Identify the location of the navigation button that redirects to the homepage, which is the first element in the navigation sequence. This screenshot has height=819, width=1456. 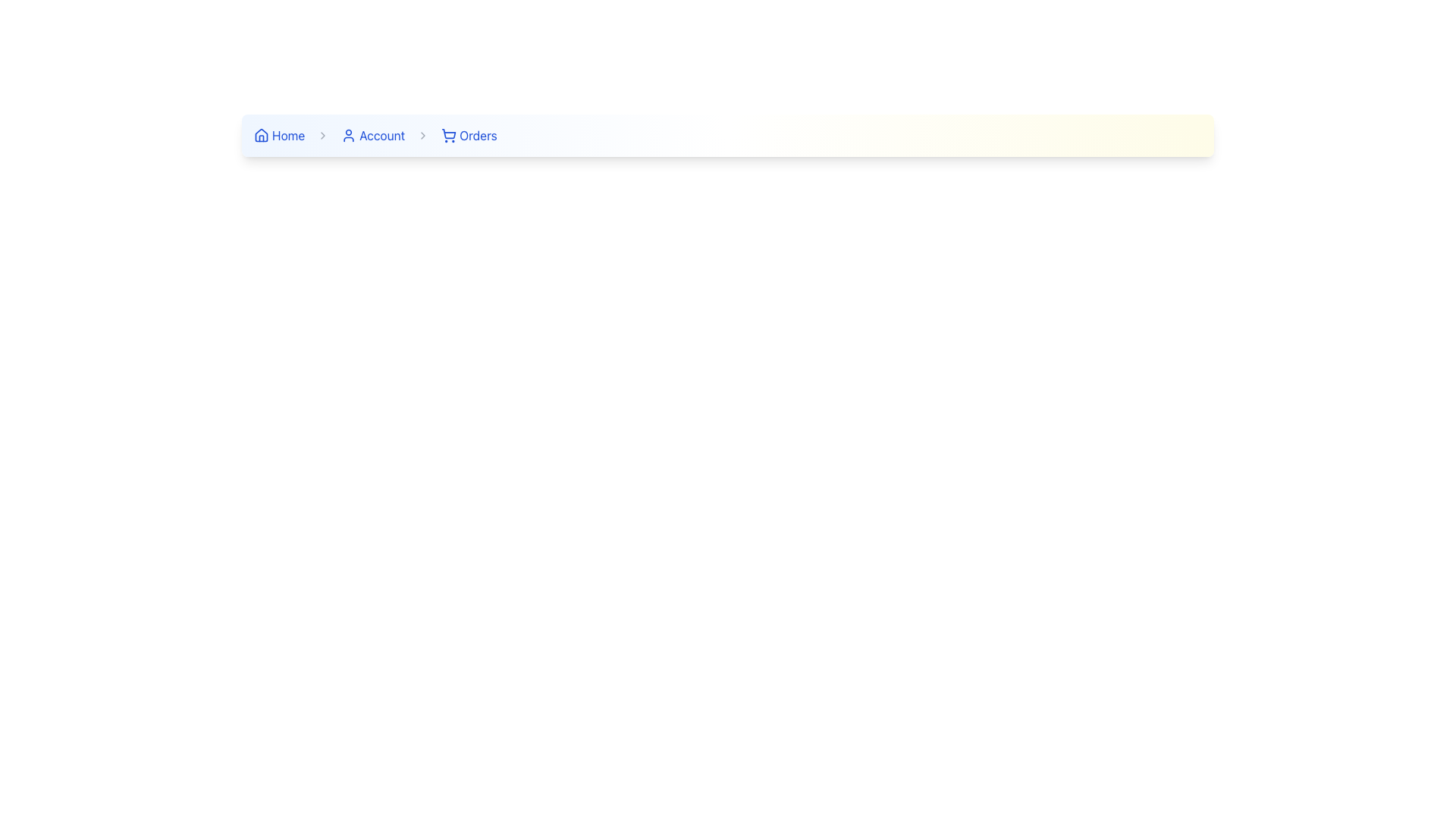
(279, 134).